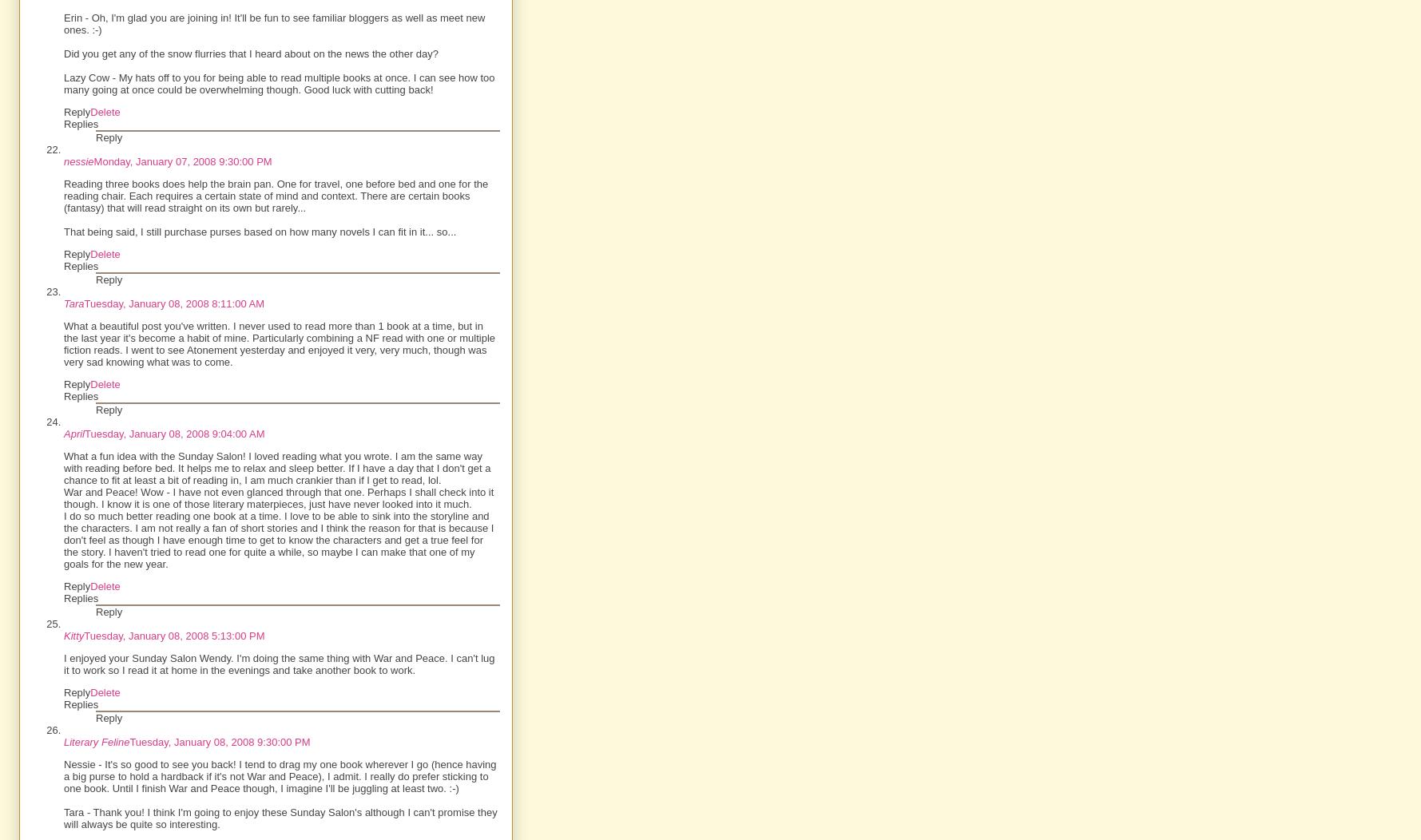  Describe the element at coordinates (220, 741) in the screenshot. I see `'Tuesday, January 08, 2008 9:30:00 PM'` at that location.